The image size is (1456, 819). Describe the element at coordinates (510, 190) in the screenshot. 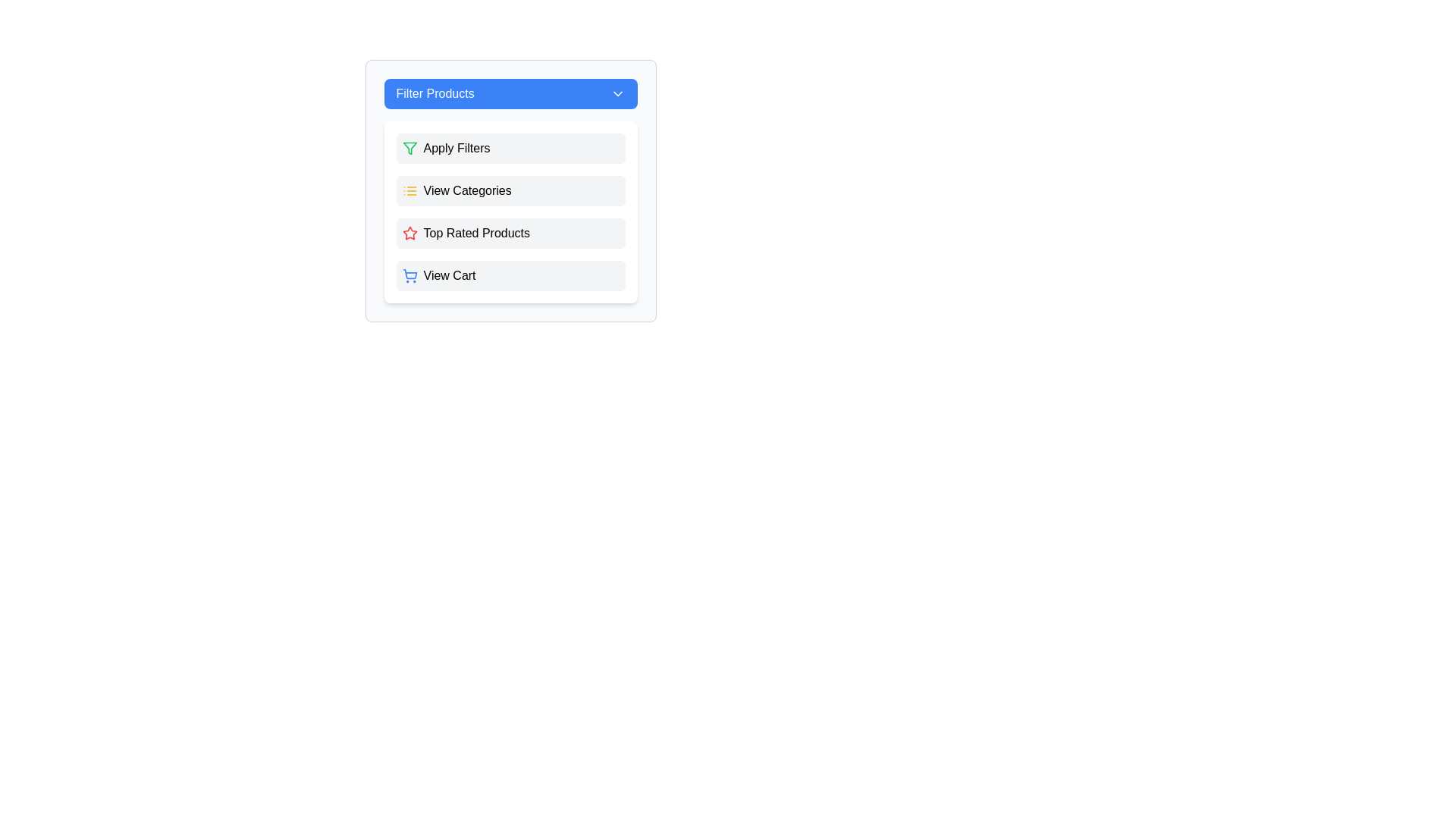

I see `the 'View Categories' button, which is the second item in the vertical list of options inside a card UI, located below the 'Apply Filters' option and above the 'Top Rated Products' option` at that location.